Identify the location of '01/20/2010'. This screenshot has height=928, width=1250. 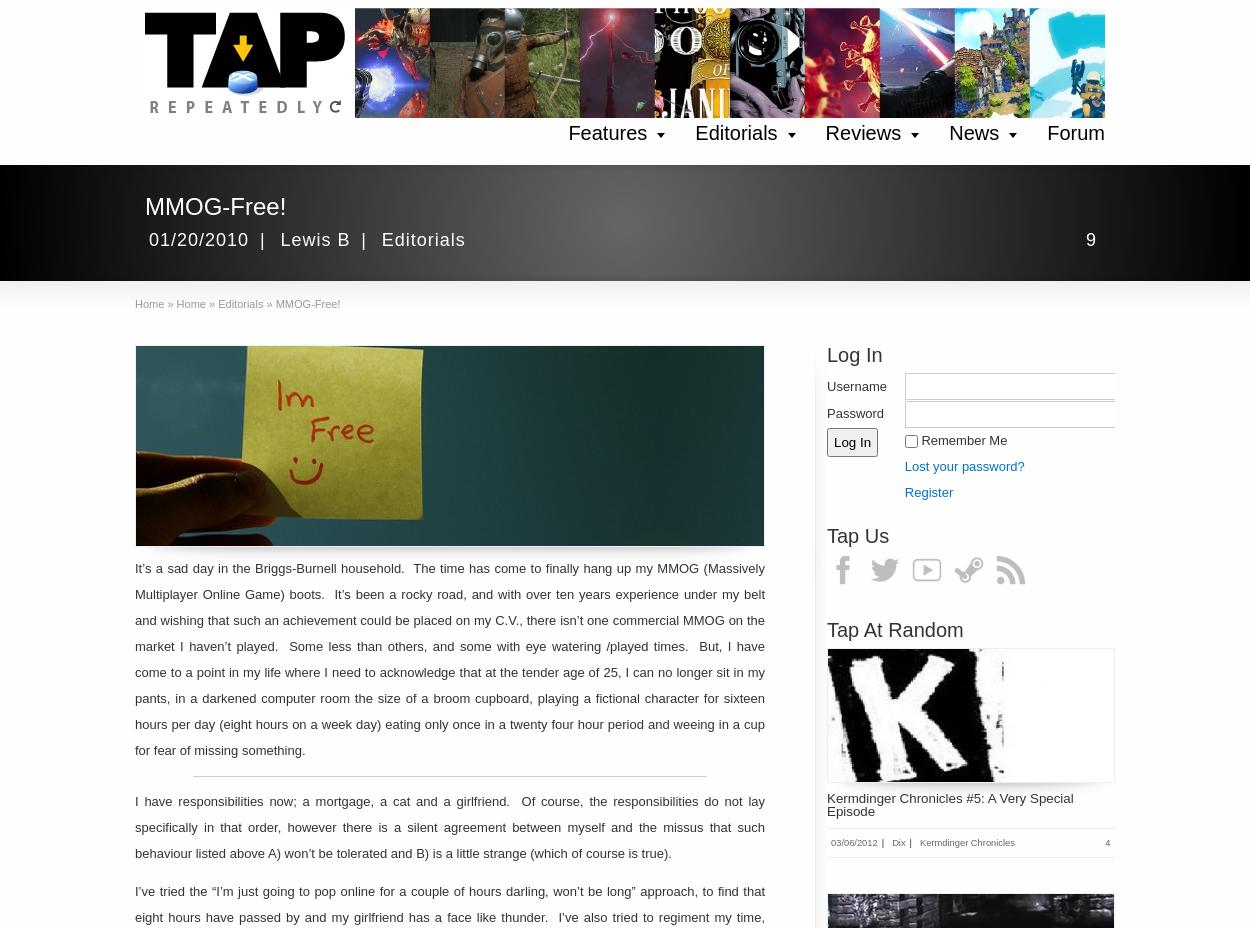
(198, 238).